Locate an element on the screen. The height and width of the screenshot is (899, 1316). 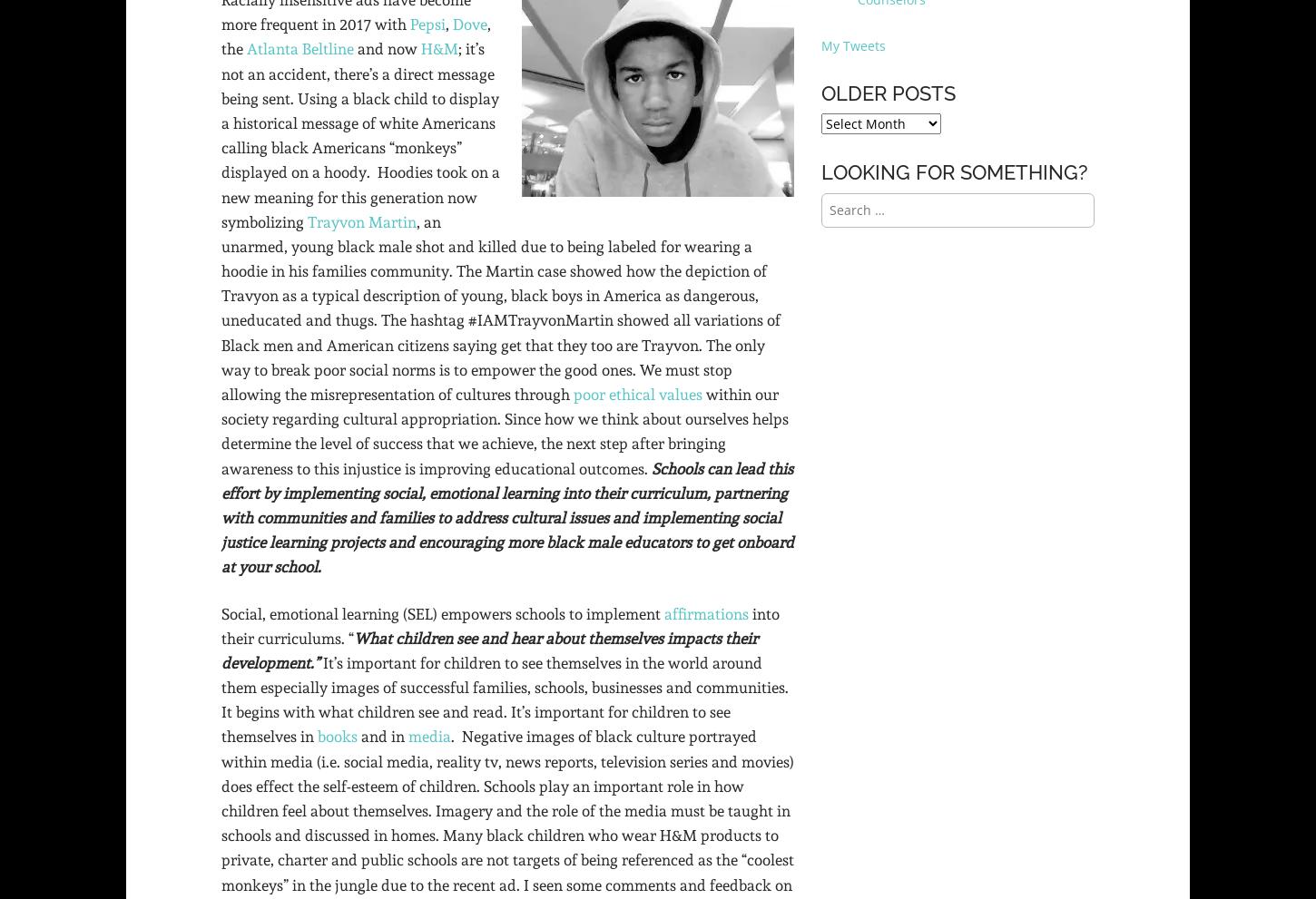
'Trayvon Martin' is located at coordinates (308, 220).